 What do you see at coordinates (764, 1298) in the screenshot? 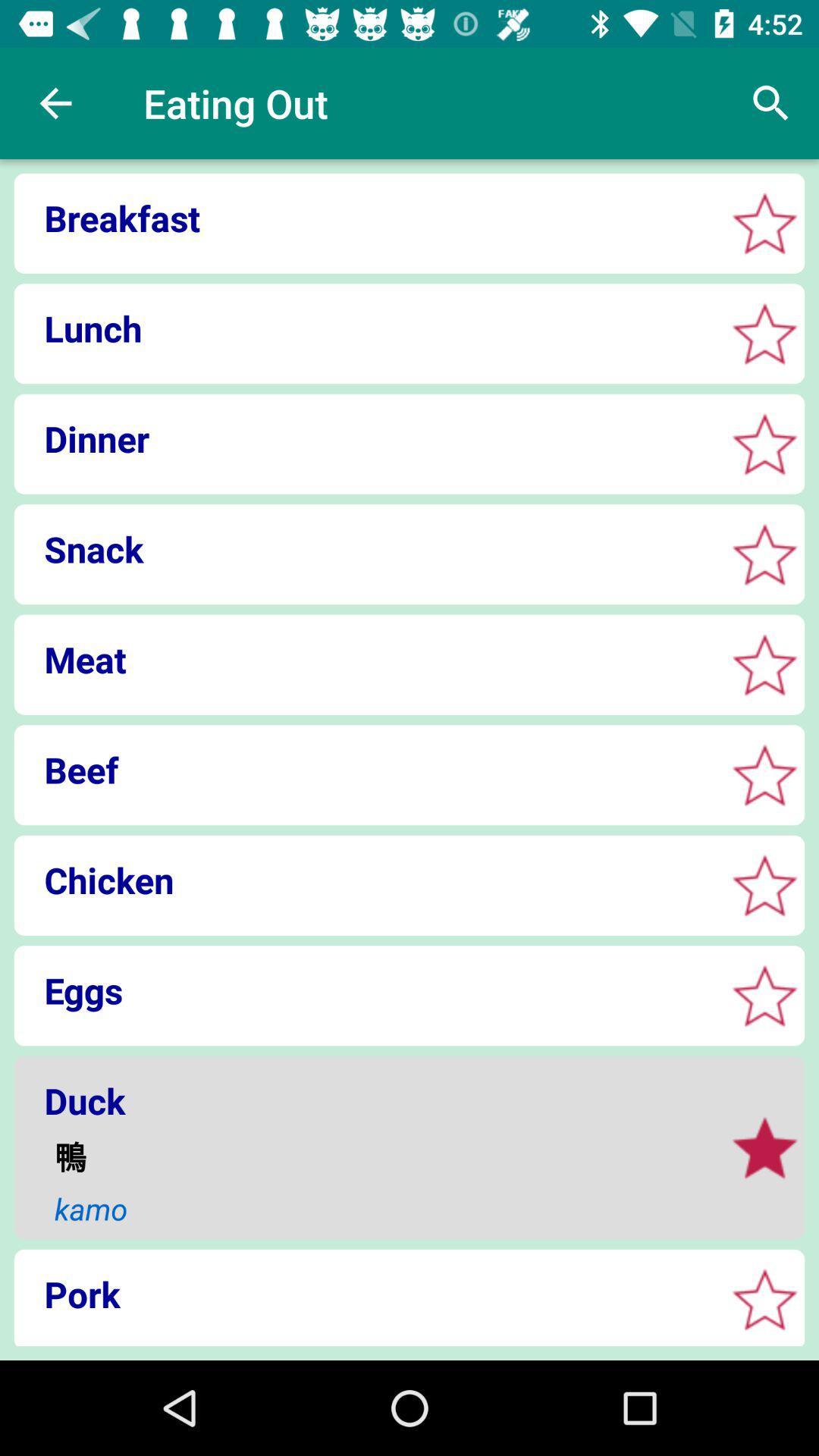
I see `click the star box` at bounding box center [764, 1298].